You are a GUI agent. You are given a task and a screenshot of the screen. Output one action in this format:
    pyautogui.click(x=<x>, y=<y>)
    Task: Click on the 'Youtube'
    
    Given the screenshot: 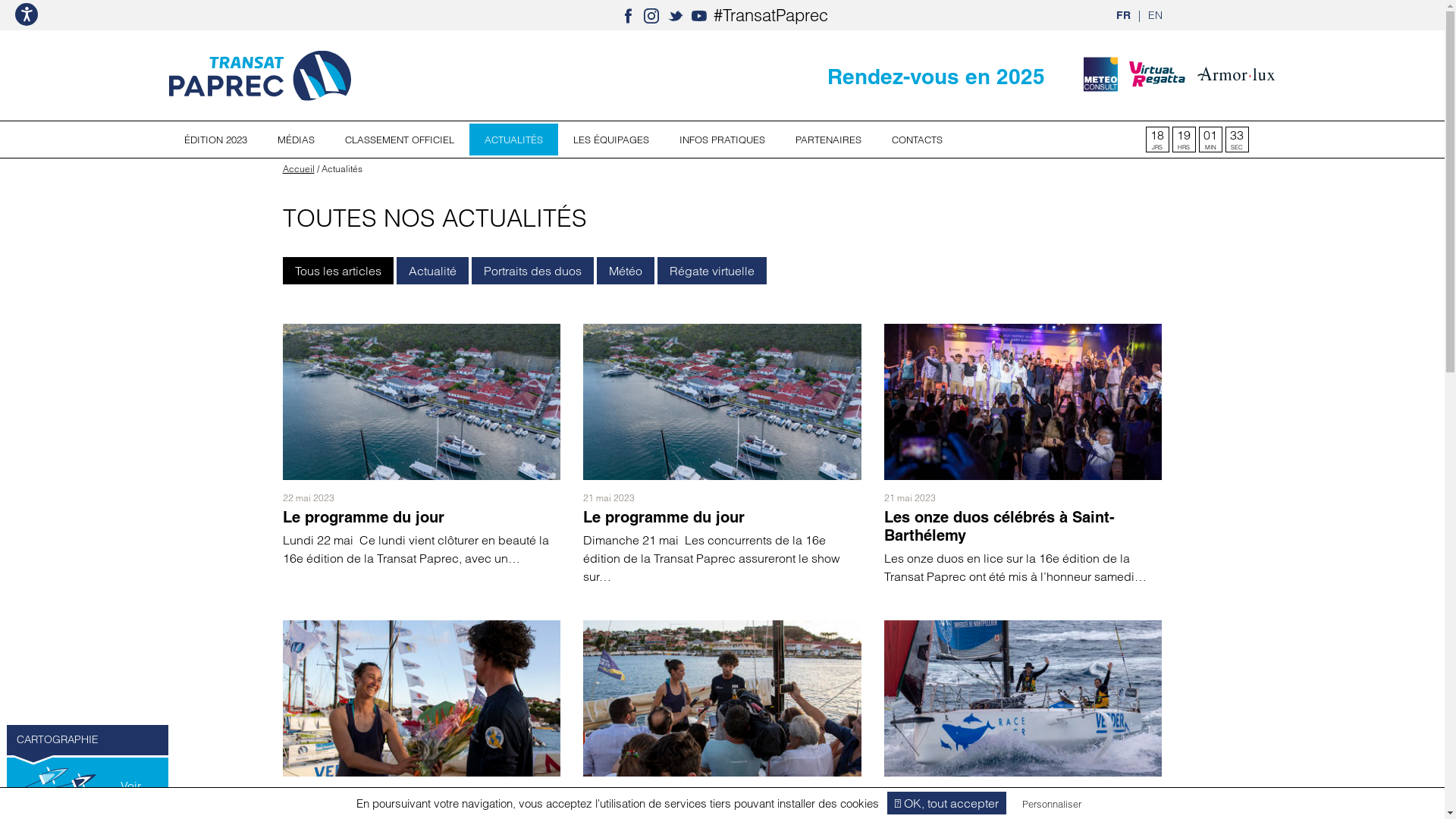 What is the action you would take?
    pyautogui.click(x=698, y=14)
    